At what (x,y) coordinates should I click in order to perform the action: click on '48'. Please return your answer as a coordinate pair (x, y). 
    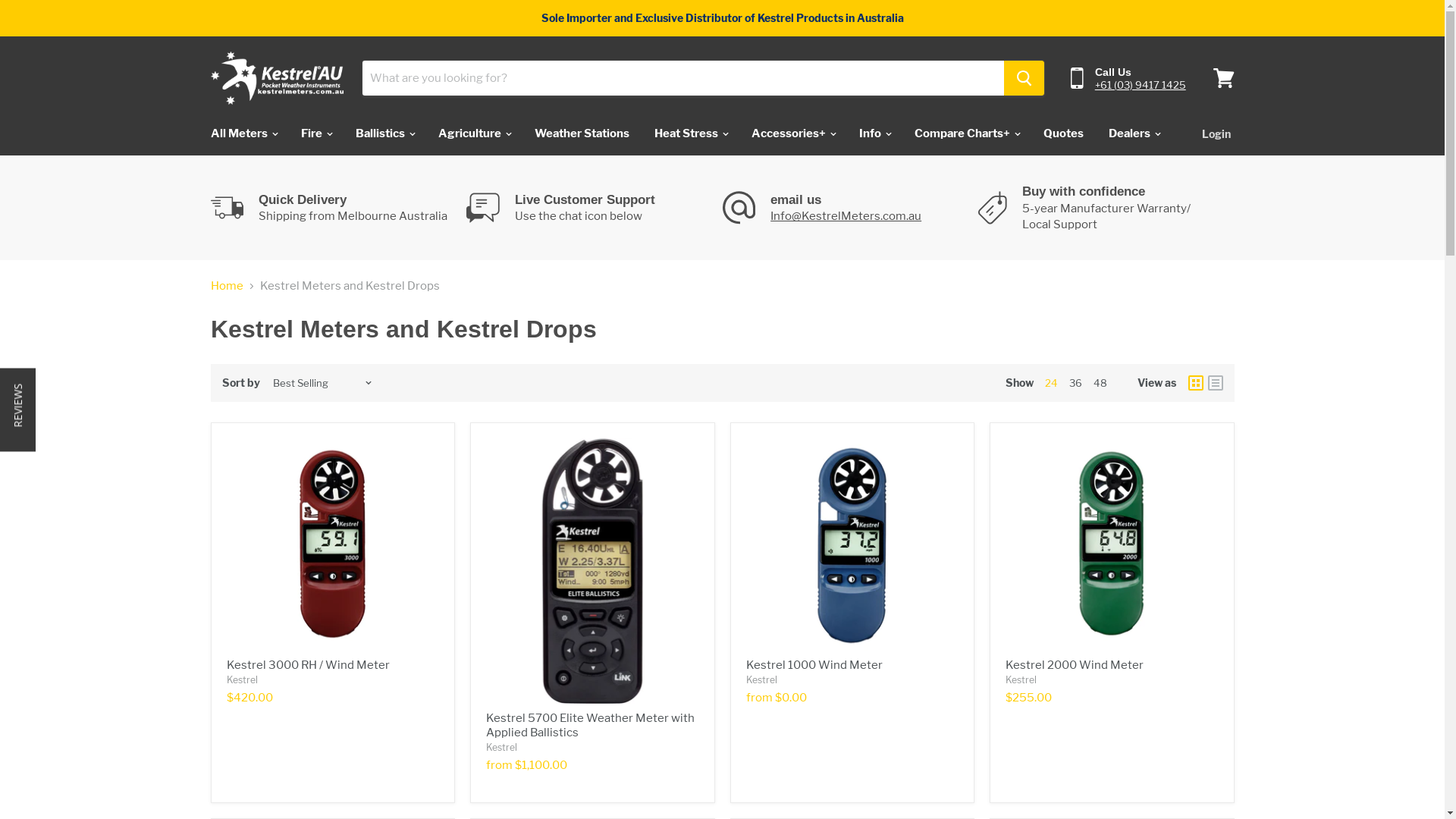
    Looking at the image, I should click on (1100, 382).